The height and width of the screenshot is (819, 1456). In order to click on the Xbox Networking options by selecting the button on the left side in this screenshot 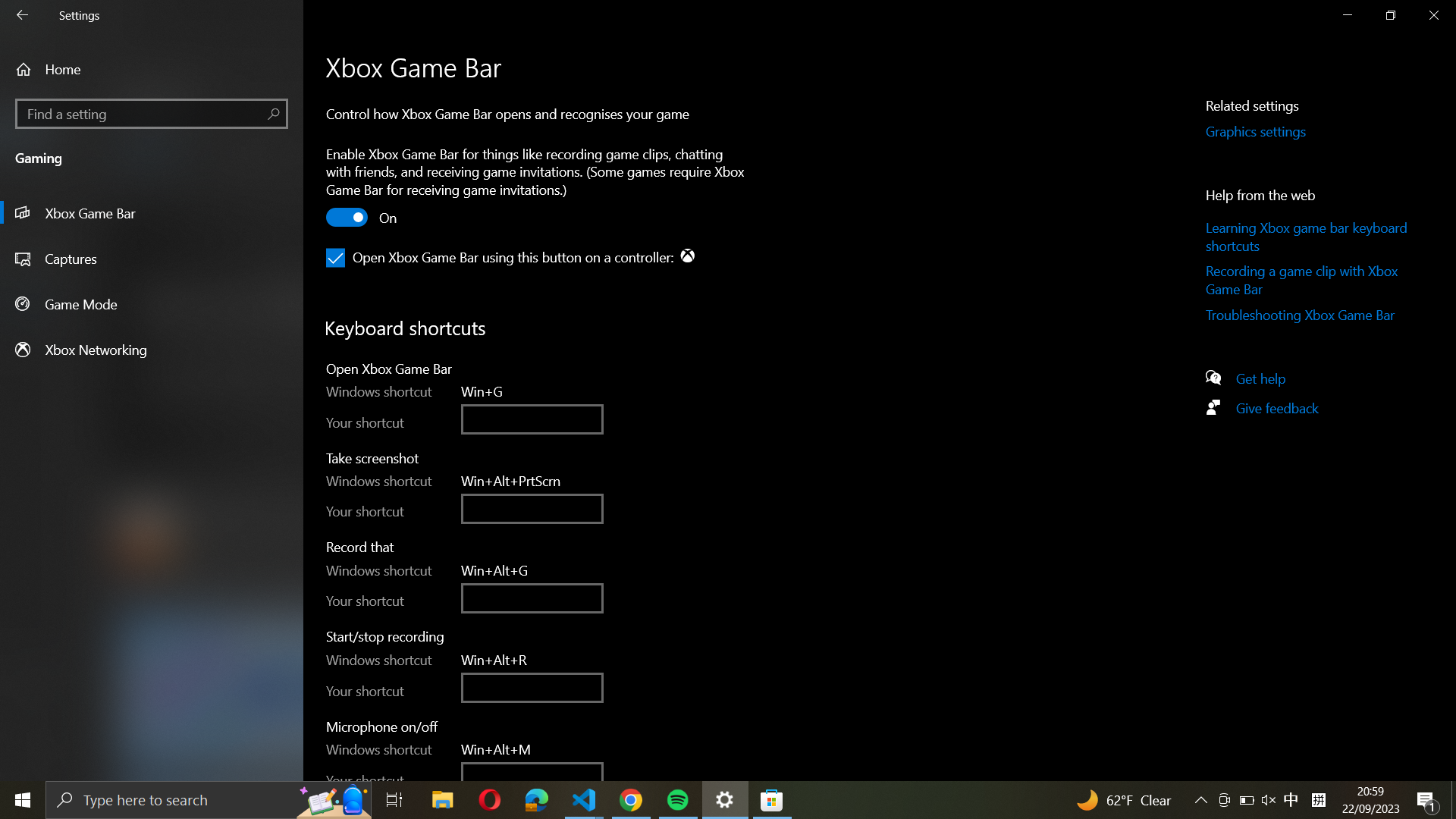, I will do `click(152, 349)`.